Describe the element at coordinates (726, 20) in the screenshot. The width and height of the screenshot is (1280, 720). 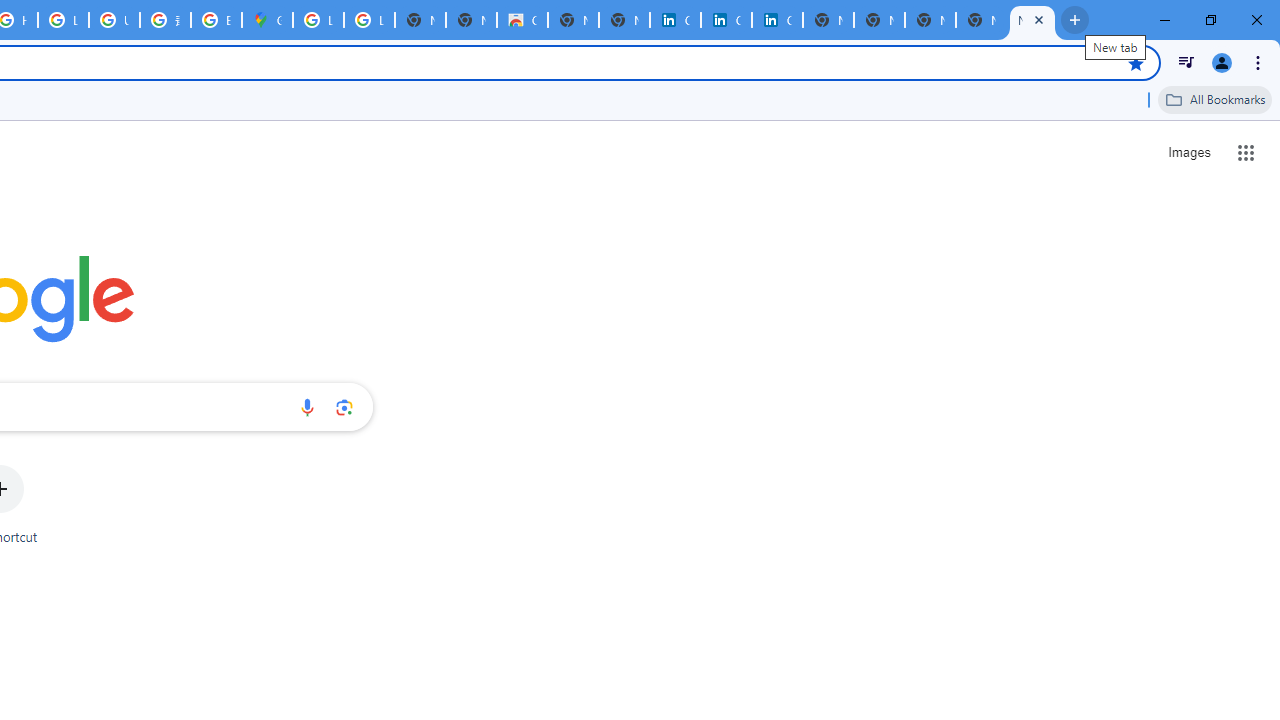
I see `'Cookie Policy | LinkedIn'` at that location.